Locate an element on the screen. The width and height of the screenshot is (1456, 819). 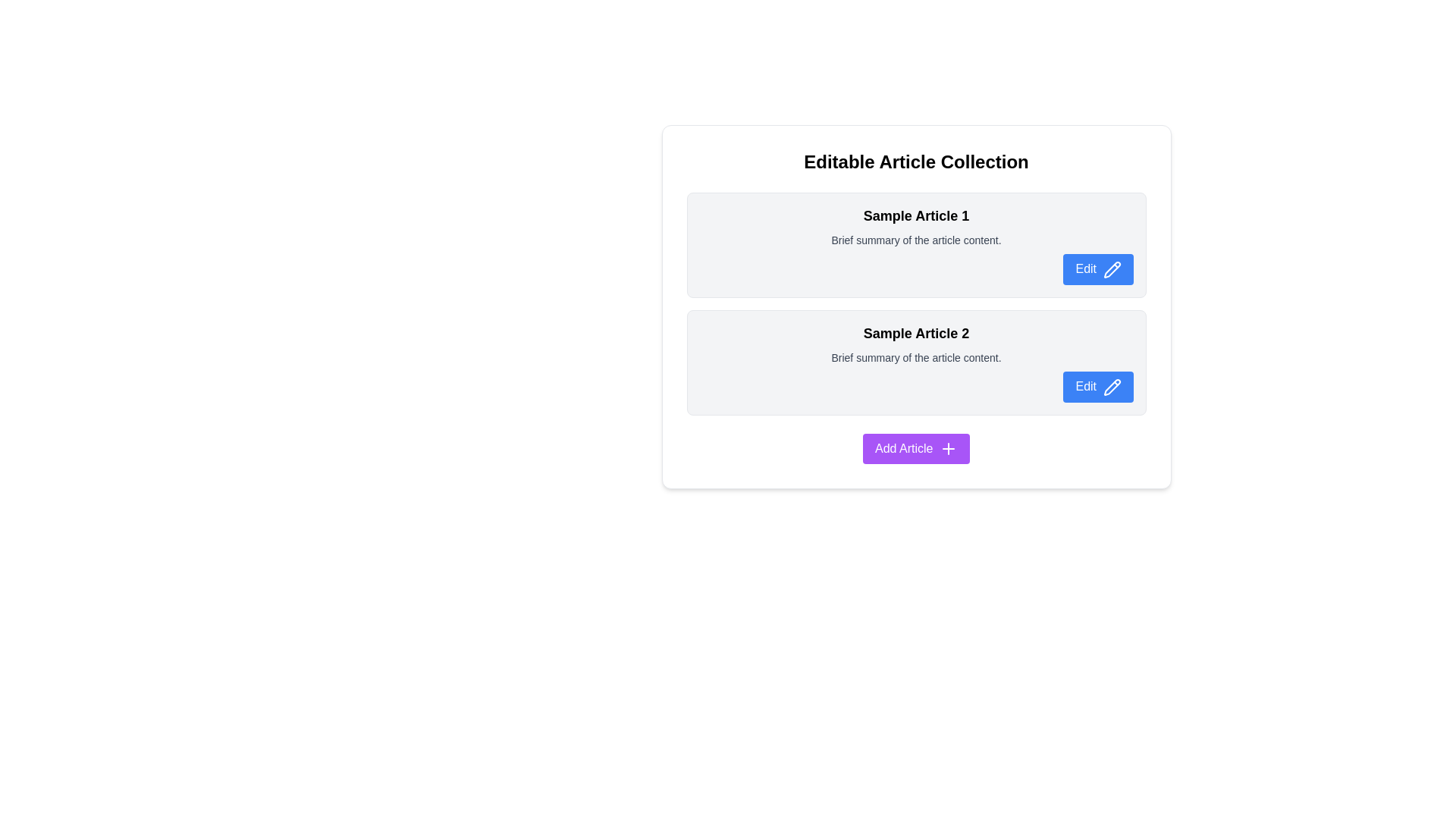
the button located at the bottom-right corner of the section for 'Sample Article 2' to observe the color change is located at coordinates (1098, 386).